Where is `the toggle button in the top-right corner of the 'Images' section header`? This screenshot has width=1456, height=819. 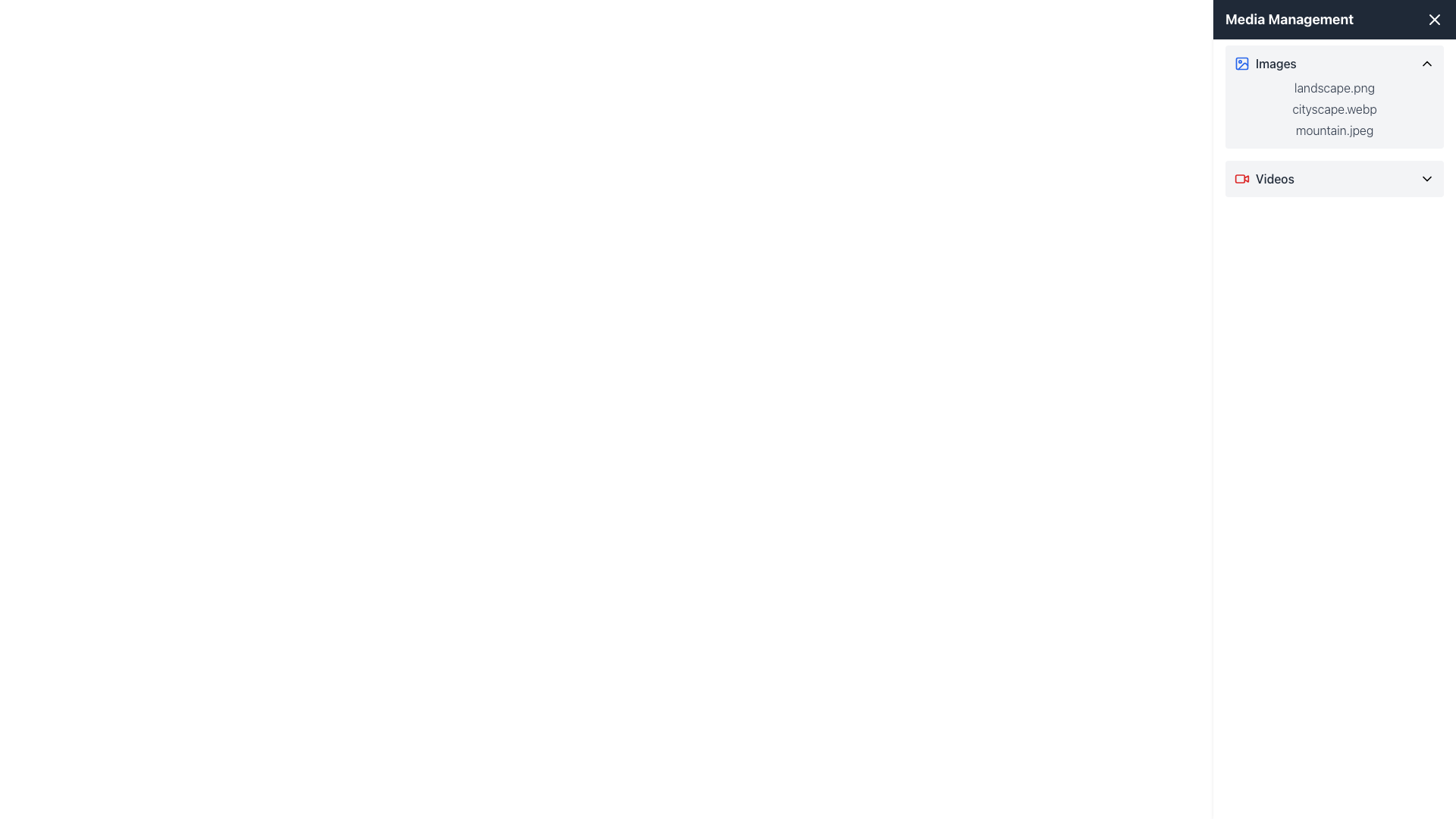 the toggle button in the top-right corner of the 'Images' section header is located at coordinates (1426, 63).